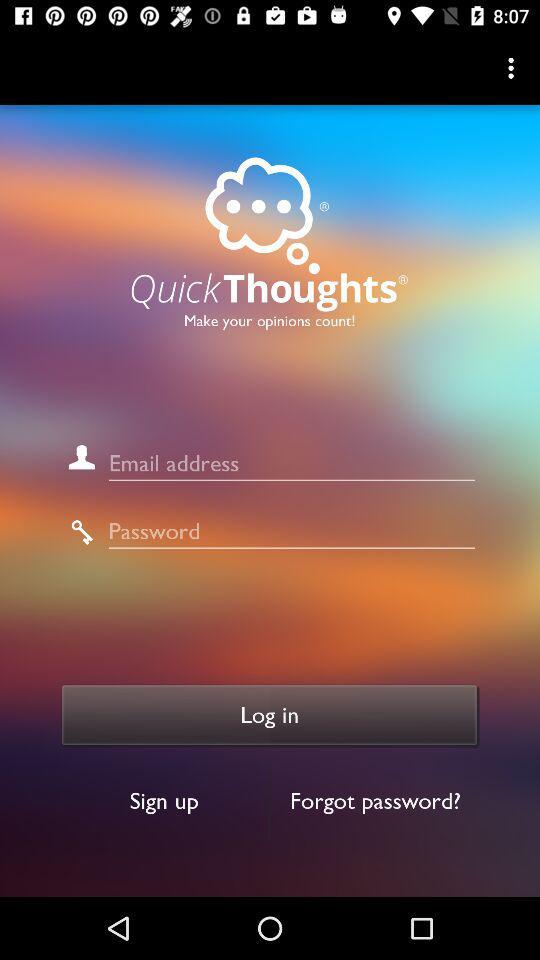  I want to click on the log in, so click(270, 715).